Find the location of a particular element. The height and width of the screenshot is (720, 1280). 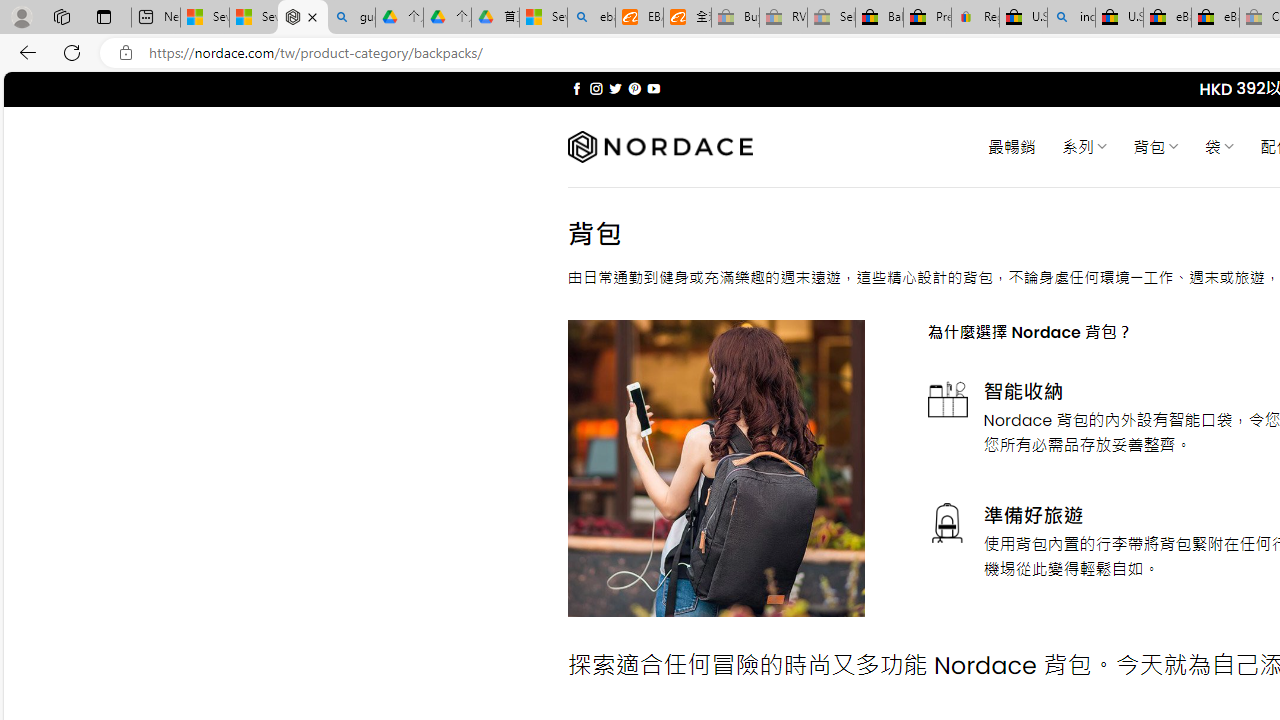

'Press Room - eBay Inc.' is located at coordinates (926, 17).